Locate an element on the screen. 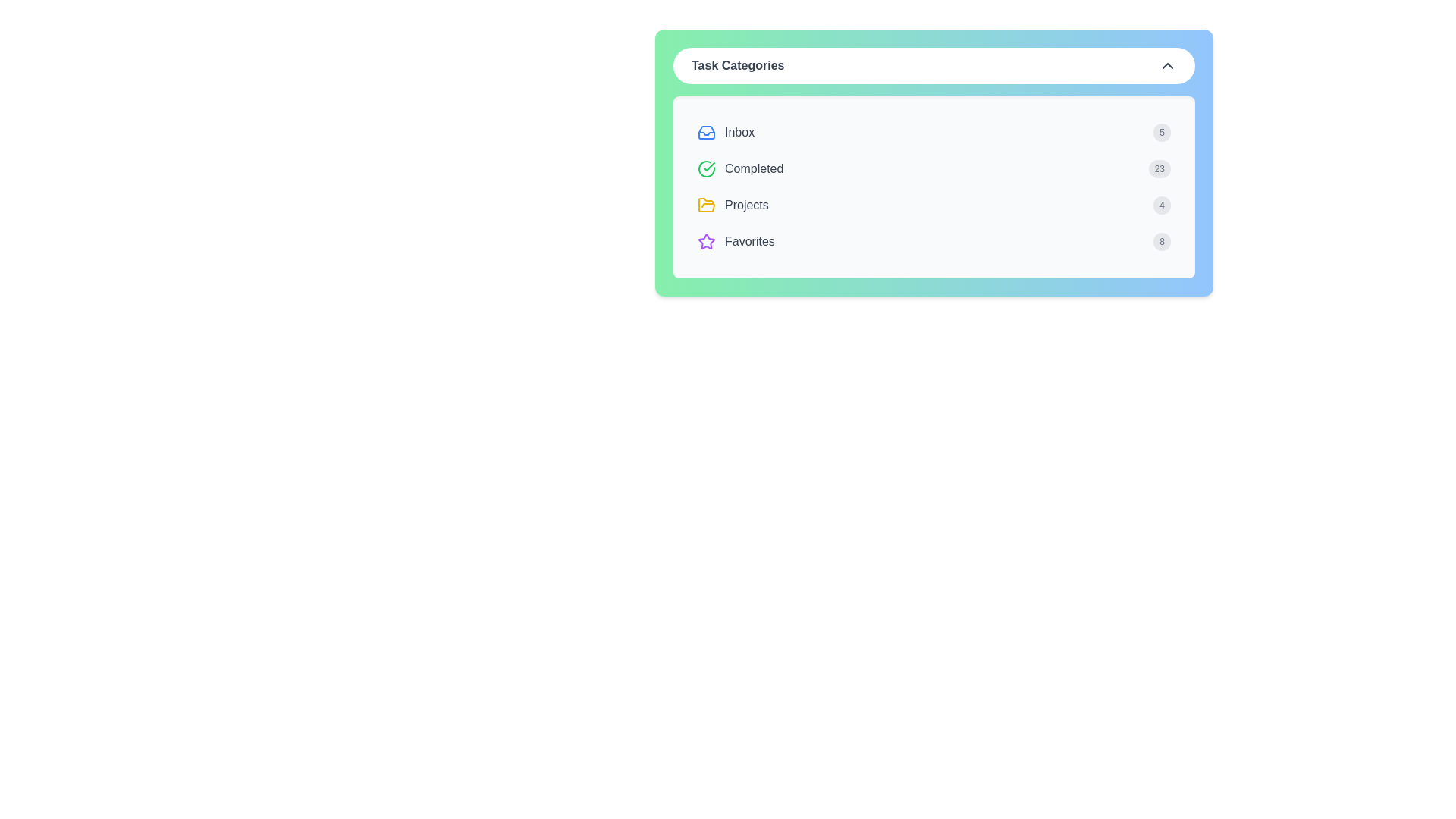  the star-shaped icon outlined in purple with a white background located in the 'Favorites' section of the 'Task Categories' pane is located at coordinates (705, 240).